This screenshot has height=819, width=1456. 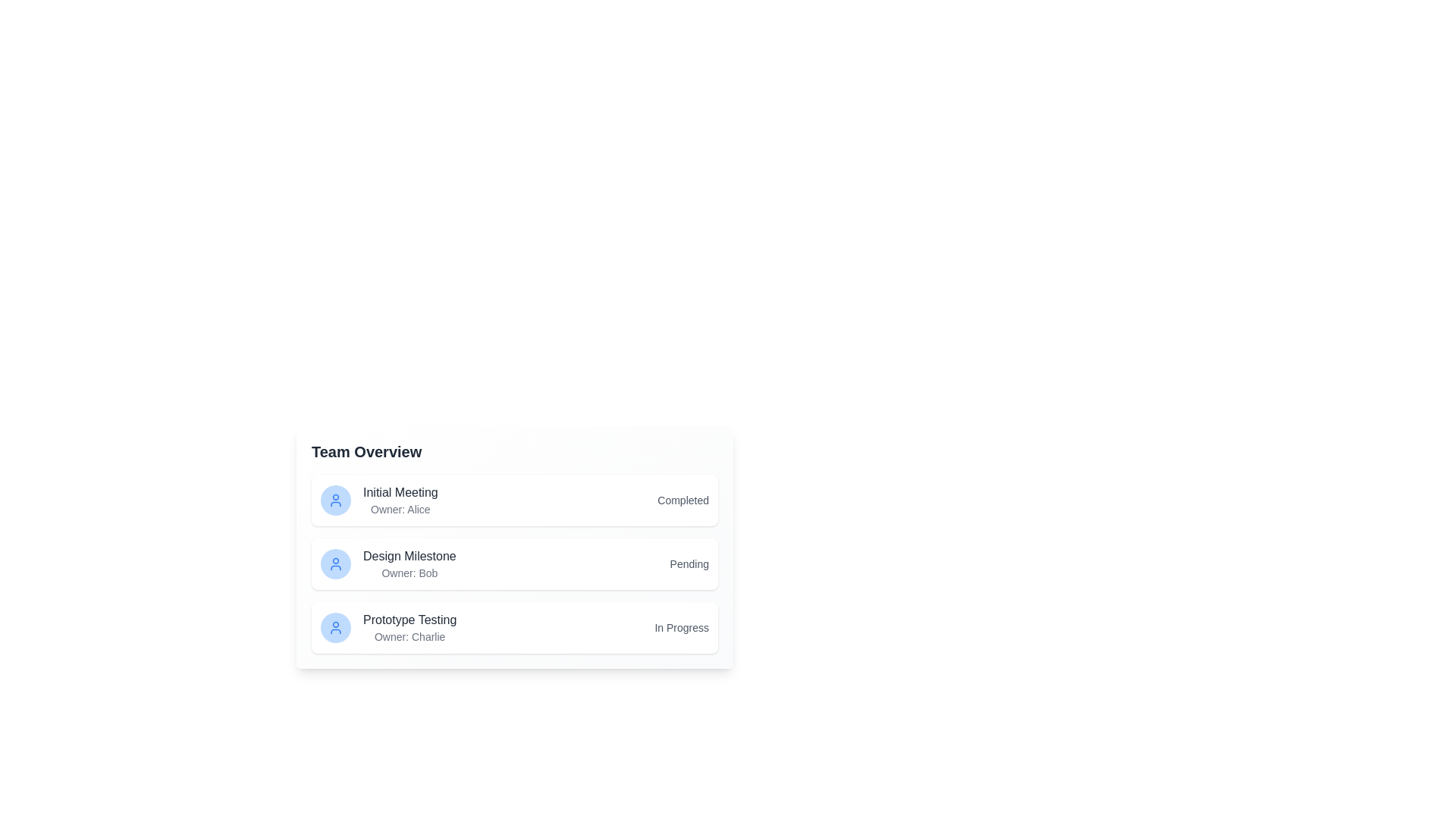 What do you see at coordinates (334, 564) in the screenshot?
I see `the circular icon representing the owner of the 'Design Milestone' task, located at the beginning of the row titled 'Design Milestone'` at bounding box center [334, 564].